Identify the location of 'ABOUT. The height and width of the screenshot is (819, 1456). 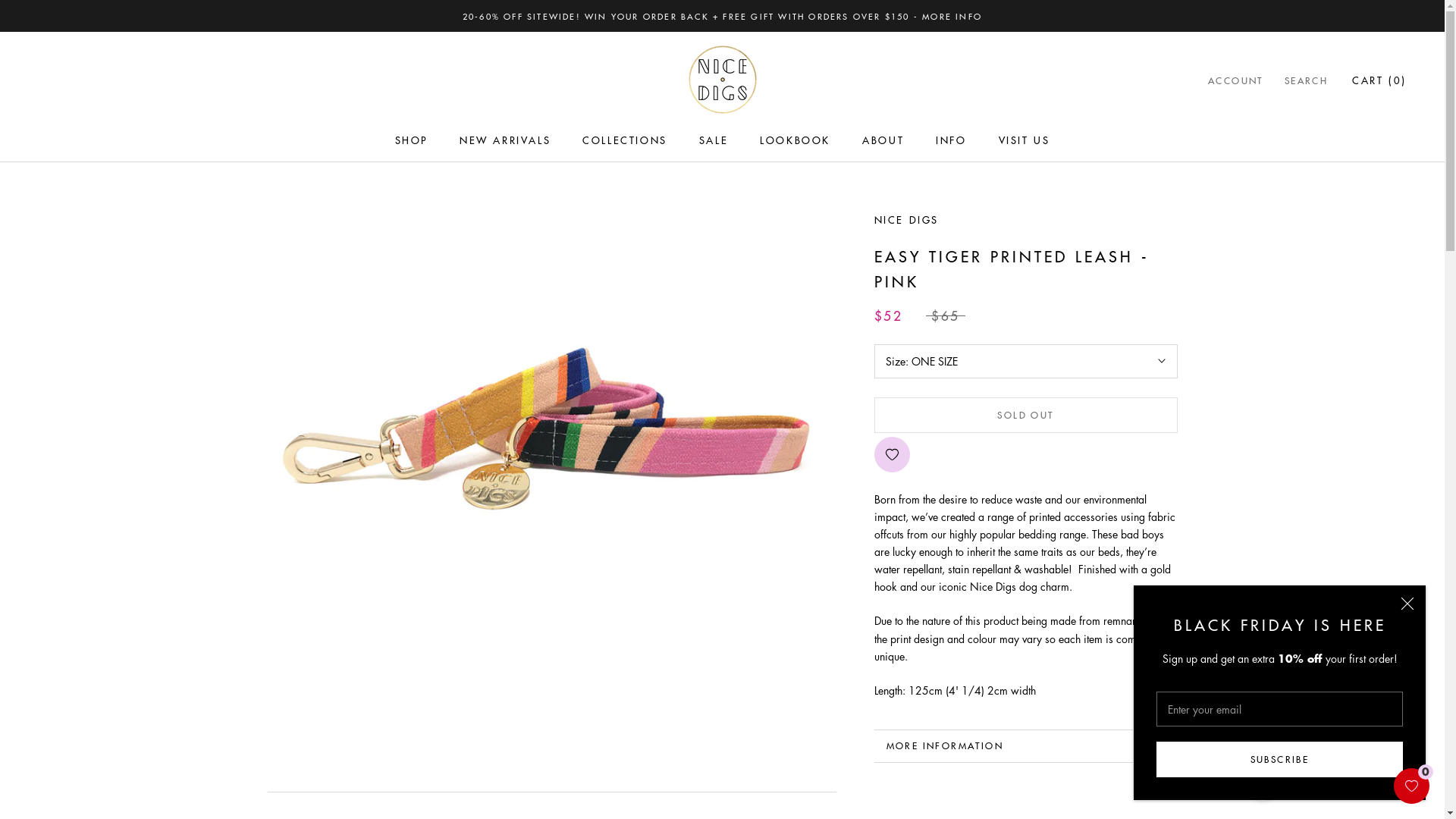
(883, 140).